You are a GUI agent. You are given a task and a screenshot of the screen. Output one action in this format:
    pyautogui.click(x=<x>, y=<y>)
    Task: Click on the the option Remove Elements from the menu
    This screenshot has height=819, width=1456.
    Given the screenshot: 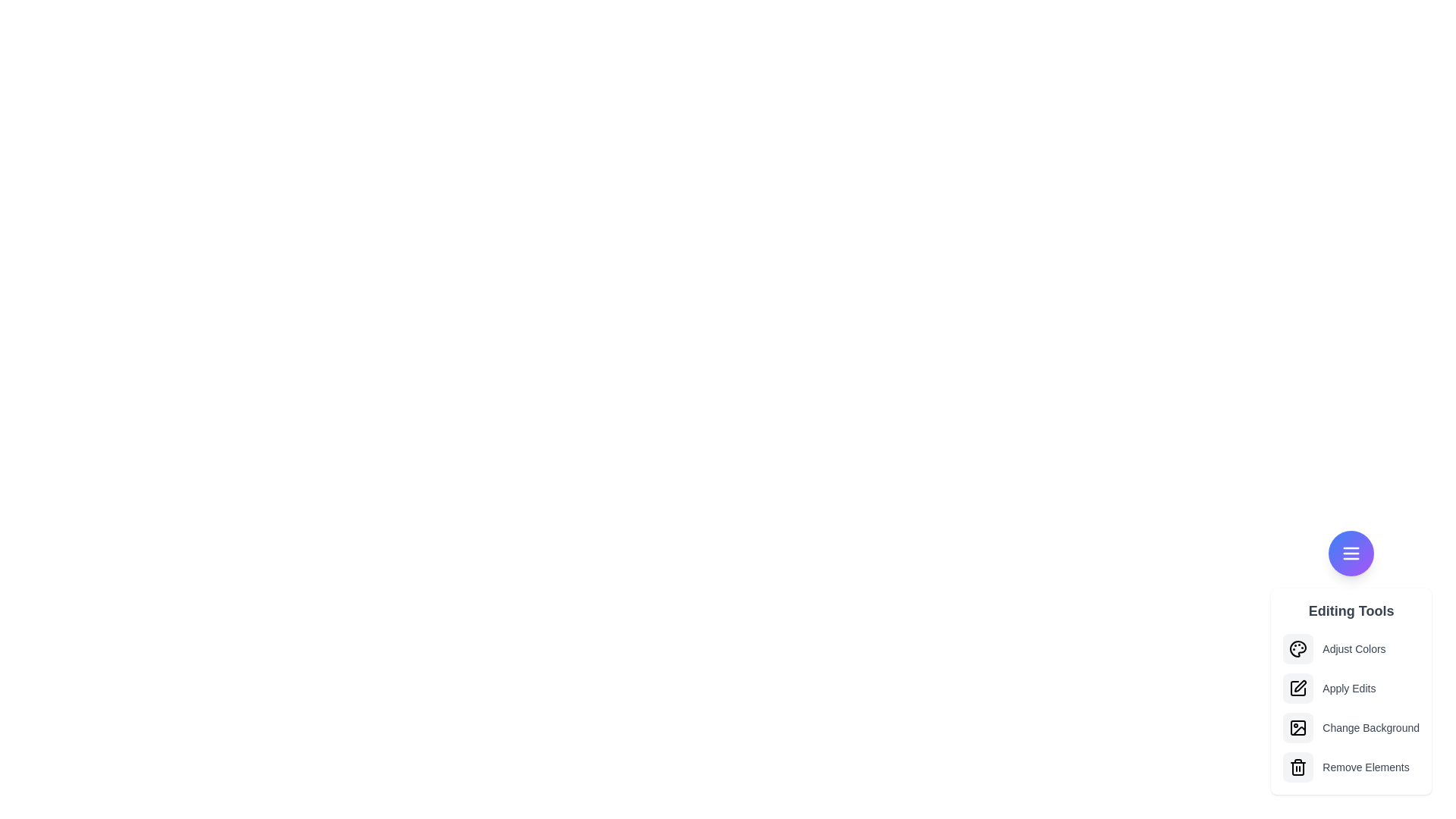 What is the action you would take?
    pyautogui.click(x=1298, y=767)
    